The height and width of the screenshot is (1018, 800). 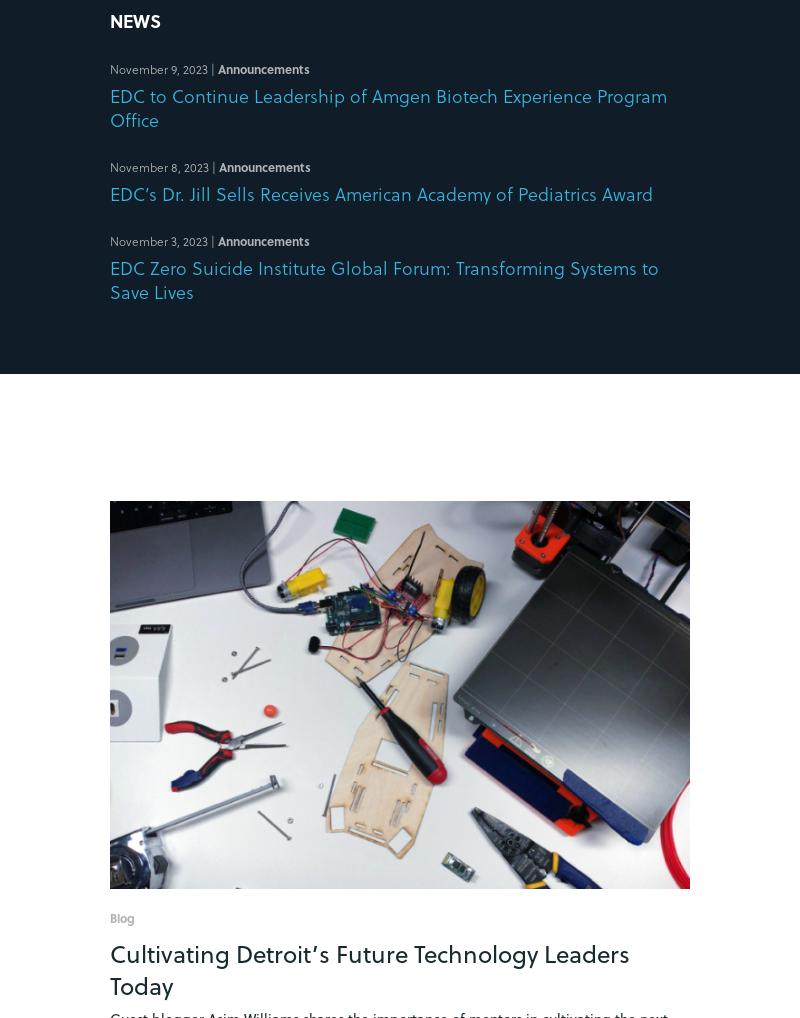 I want to click on 'News', so click(x=135, y=22).